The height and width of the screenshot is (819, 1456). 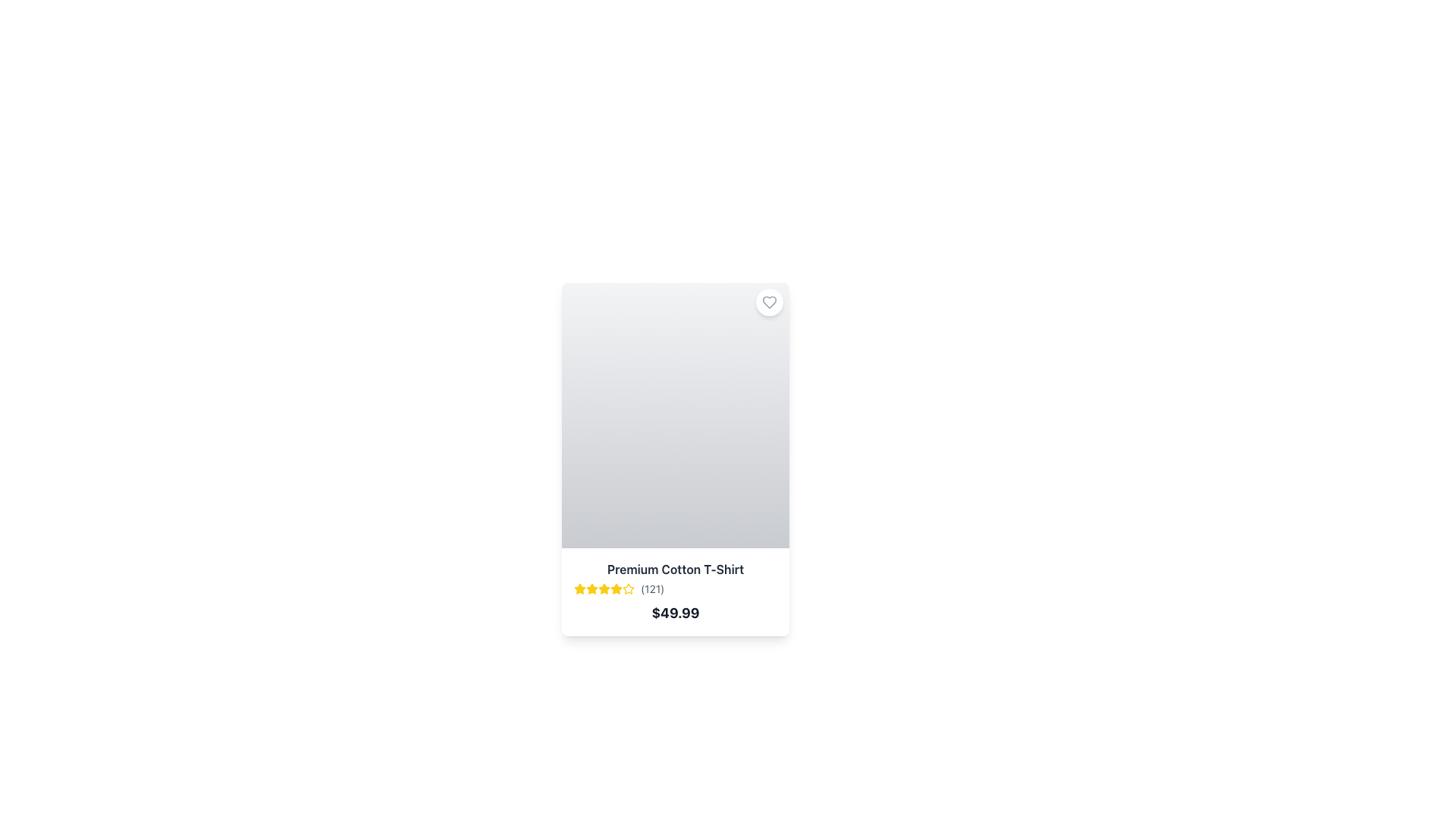 I want to click on the rating context by interacting with the sixth outlined yellow star icon in the horizontal group of stars below the product image on the T-shirt product card, so click(x=629, y=588).